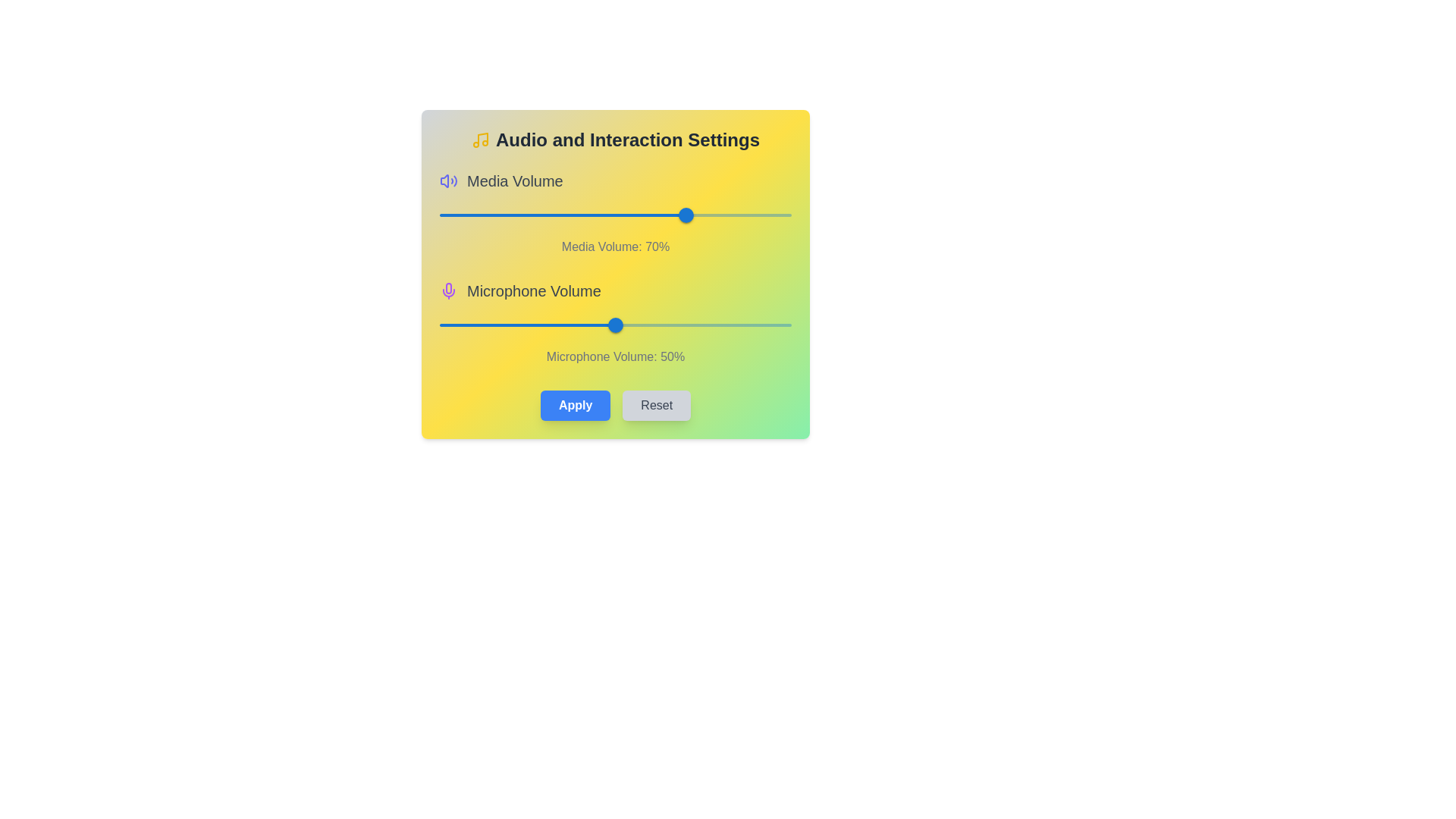 Image resolution: width=1456 pixels, height=819 pixels. Describe the element at coordinates (581, 324) in the screenshot. I see `microphone volume` at that location.